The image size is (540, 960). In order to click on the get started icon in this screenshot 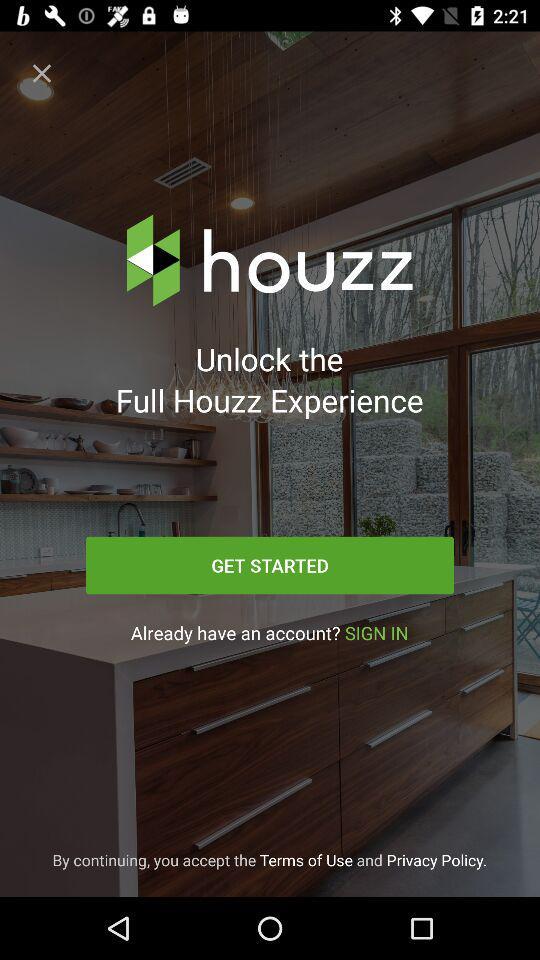, I will do `click(270, 565)`.